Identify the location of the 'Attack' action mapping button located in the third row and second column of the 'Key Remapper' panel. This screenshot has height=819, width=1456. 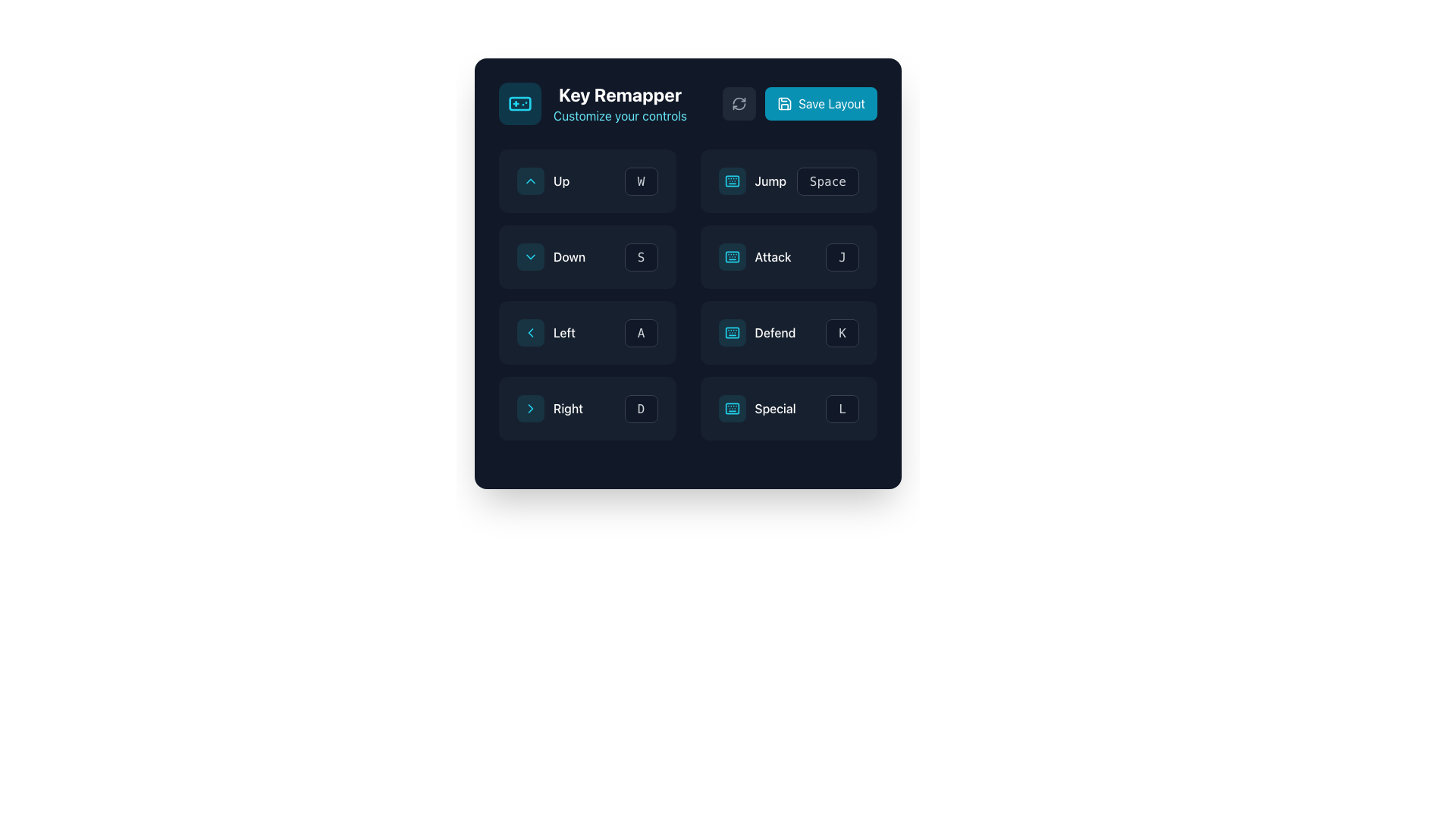
(755, 256).